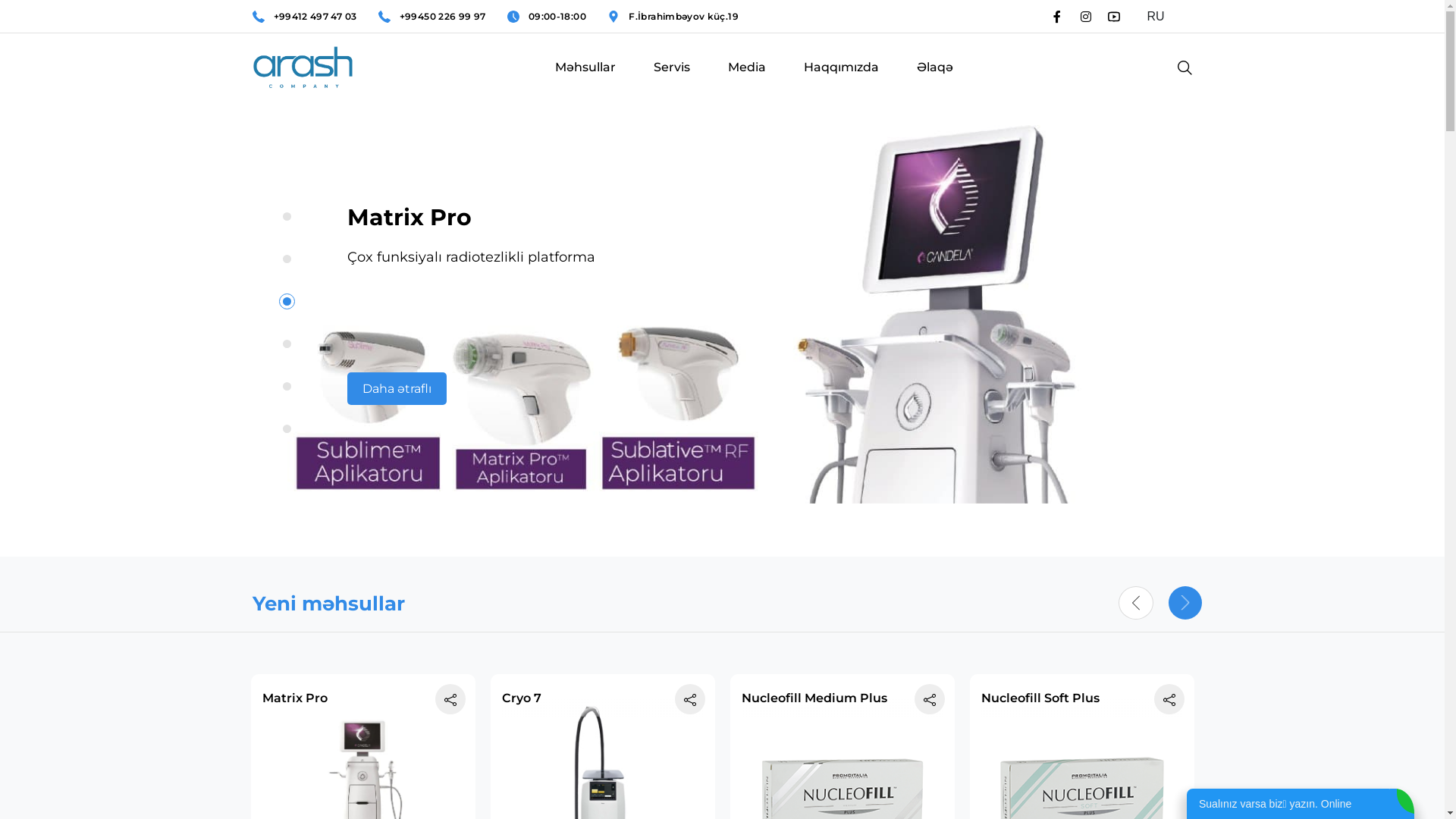  I want to click on '+99412 497 47 03', so click(313, 17).